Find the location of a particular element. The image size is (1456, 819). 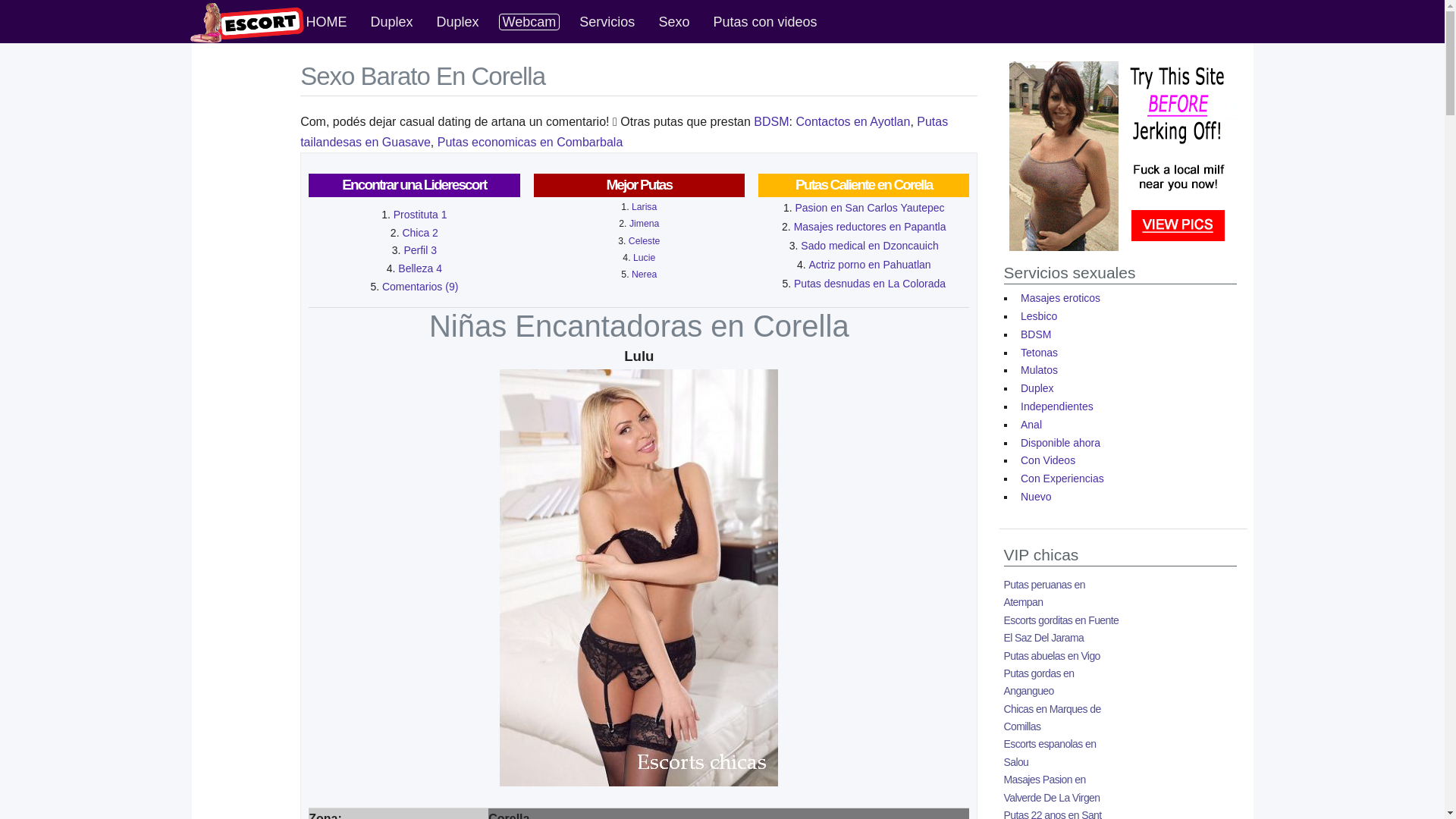

'Masajes reductores en Papantla' is located at coordinates (870, 227).